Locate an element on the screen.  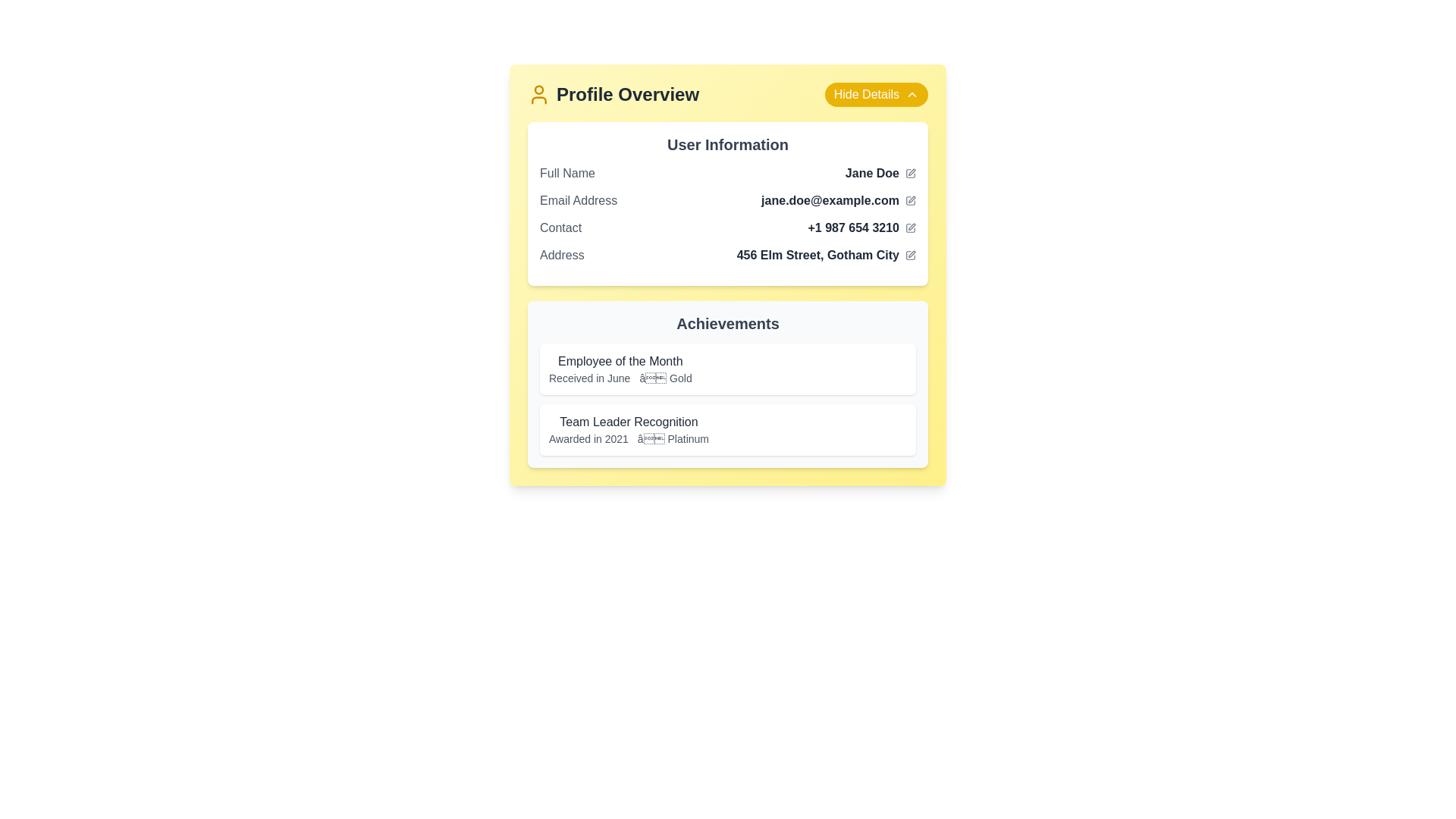
the 'Email Address' label, which displays the text in gray color and medium font weight, located in the user information section of the card layout is located at coordinates (578, 200).